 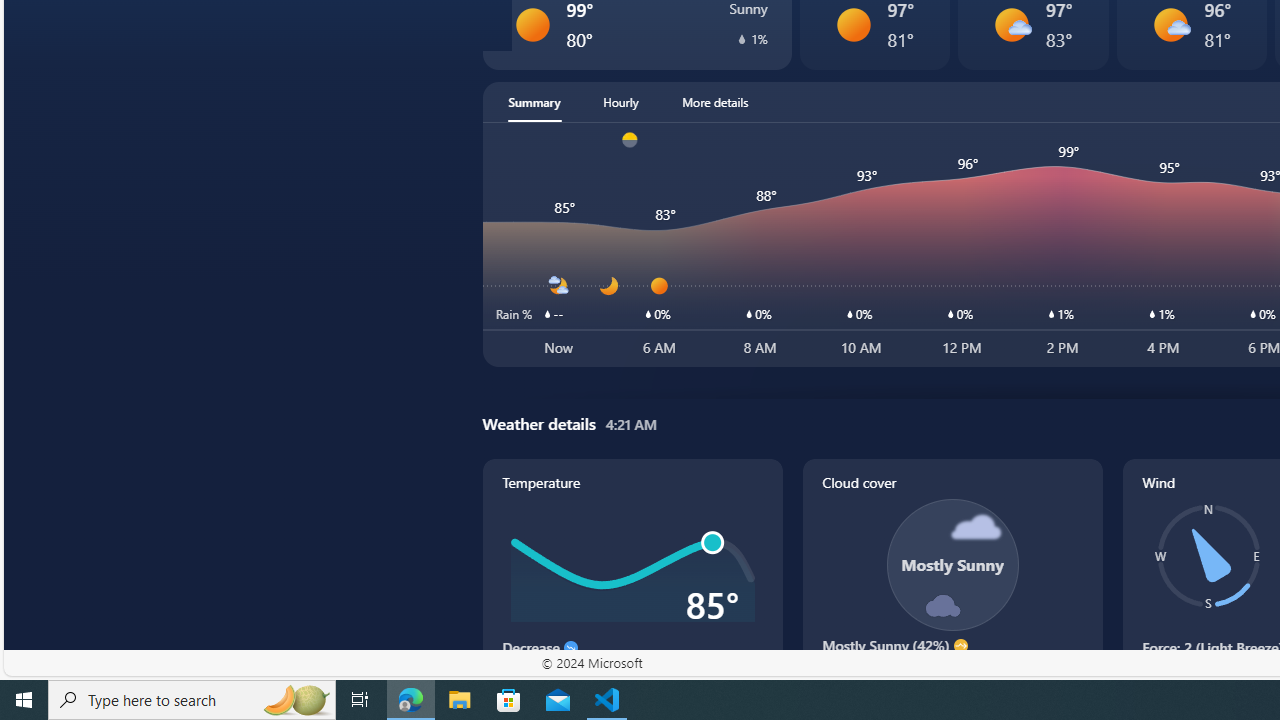 I want to click on 'Temperature', so click(x=631, y=584).